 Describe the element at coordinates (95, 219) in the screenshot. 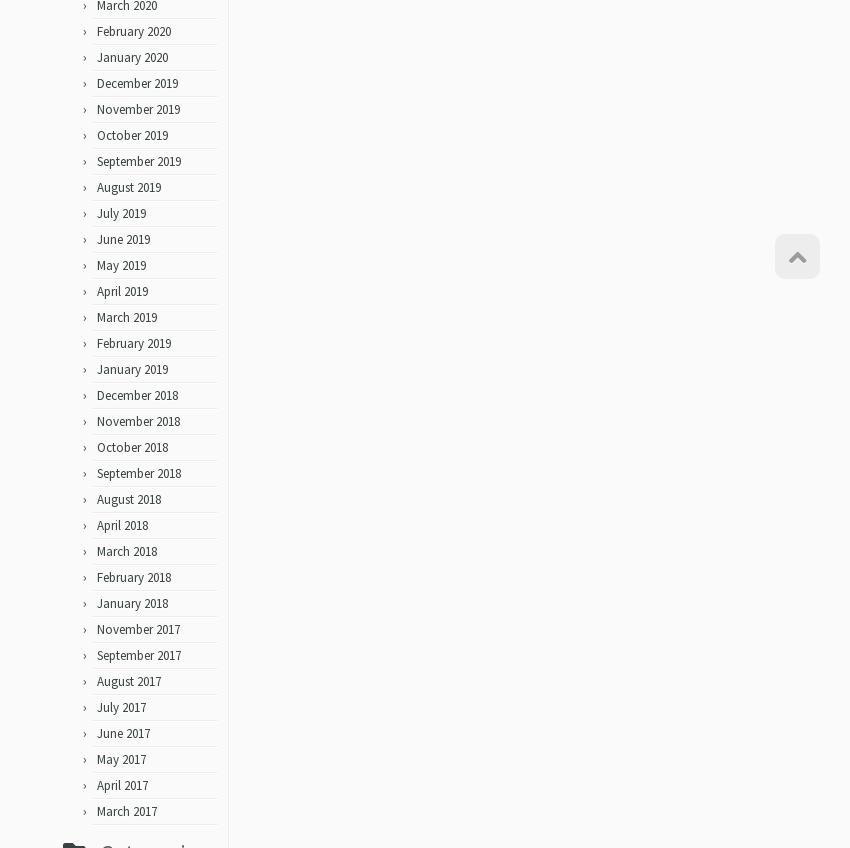

I see `'July 2019'` at that location.